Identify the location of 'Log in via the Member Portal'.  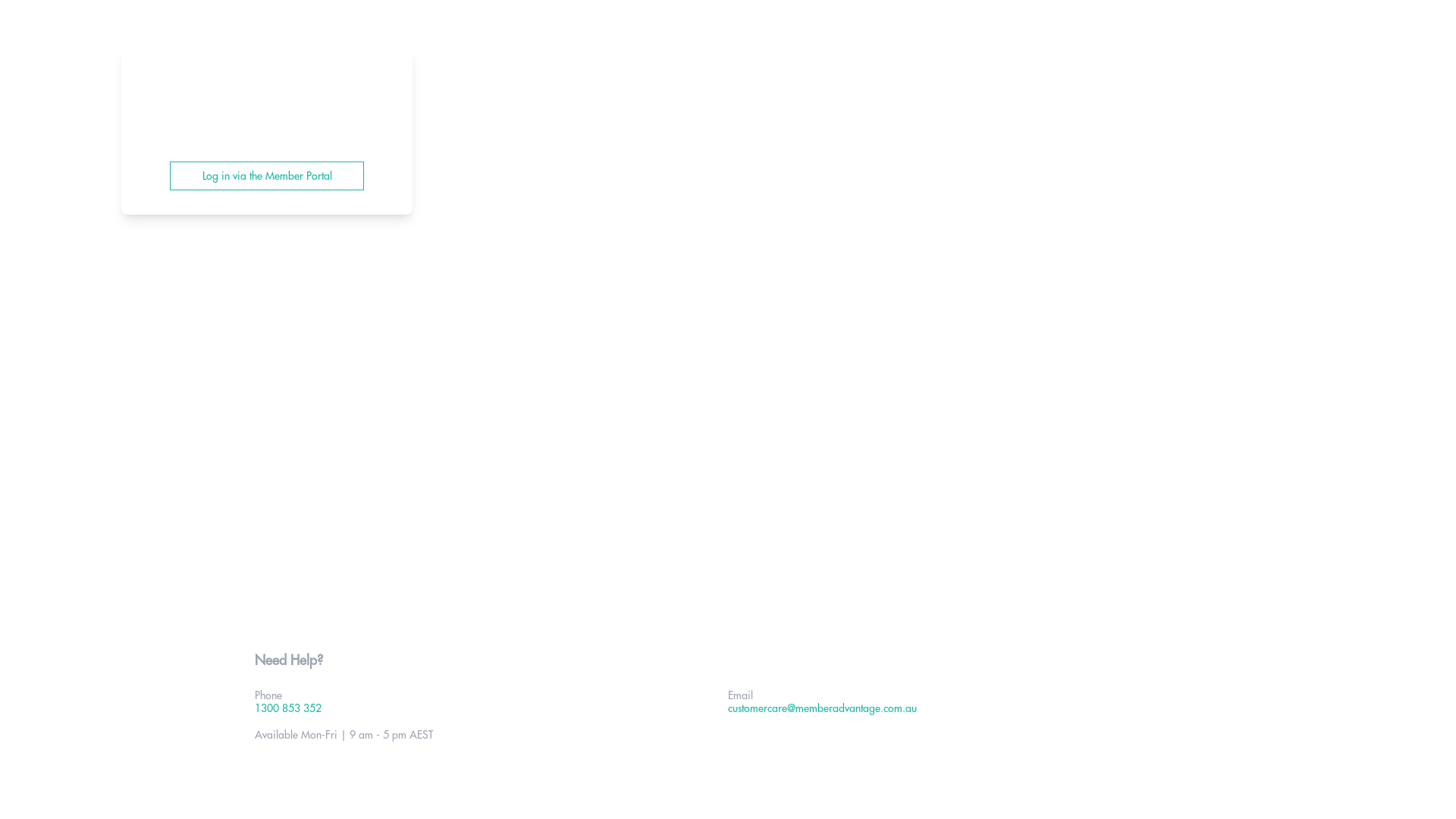
(266, 174).